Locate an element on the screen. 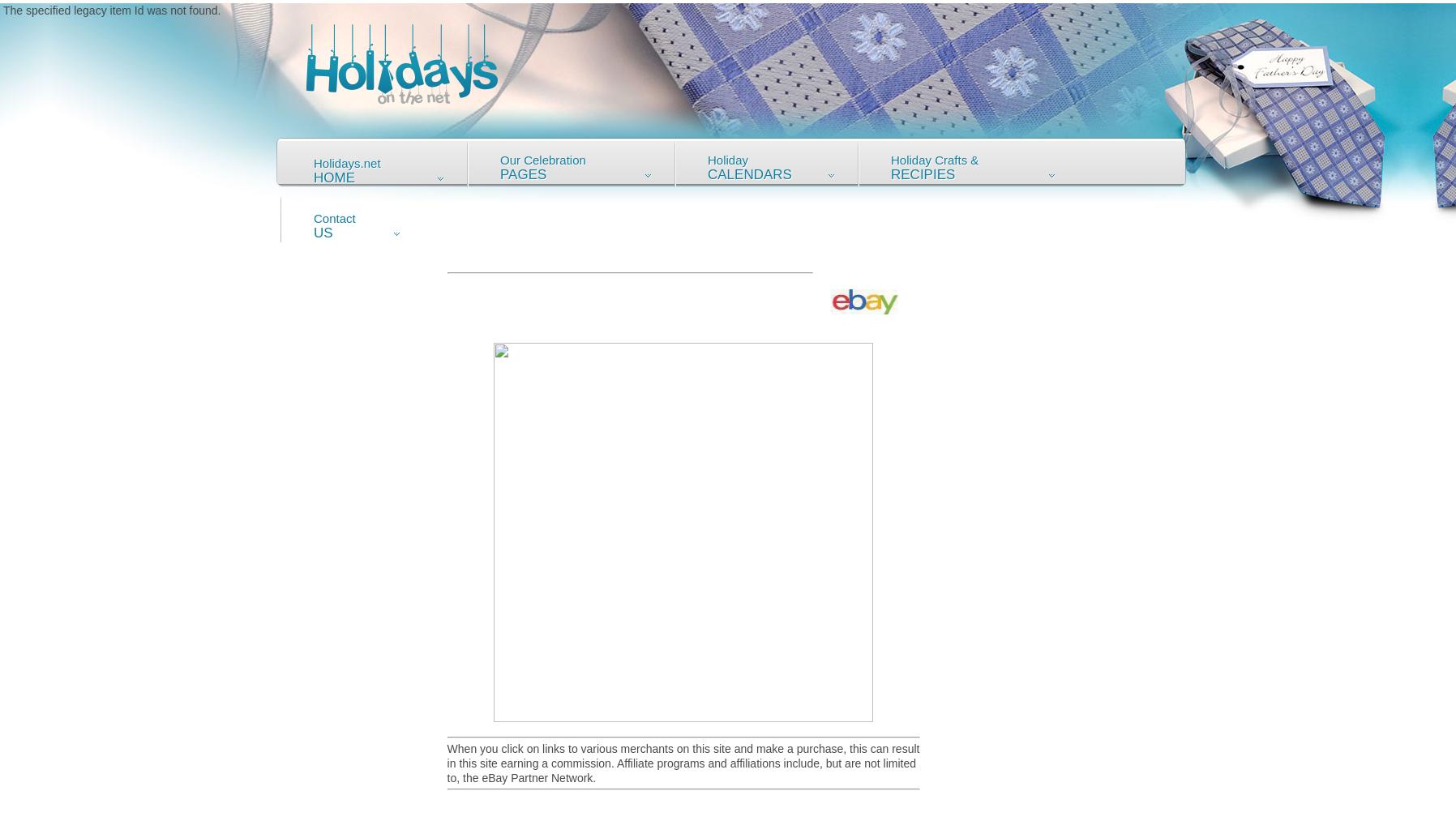 Image resolution: width=1456 pixels, height=821 pixels. 'Recipies' is located at coordinates (889, 173).